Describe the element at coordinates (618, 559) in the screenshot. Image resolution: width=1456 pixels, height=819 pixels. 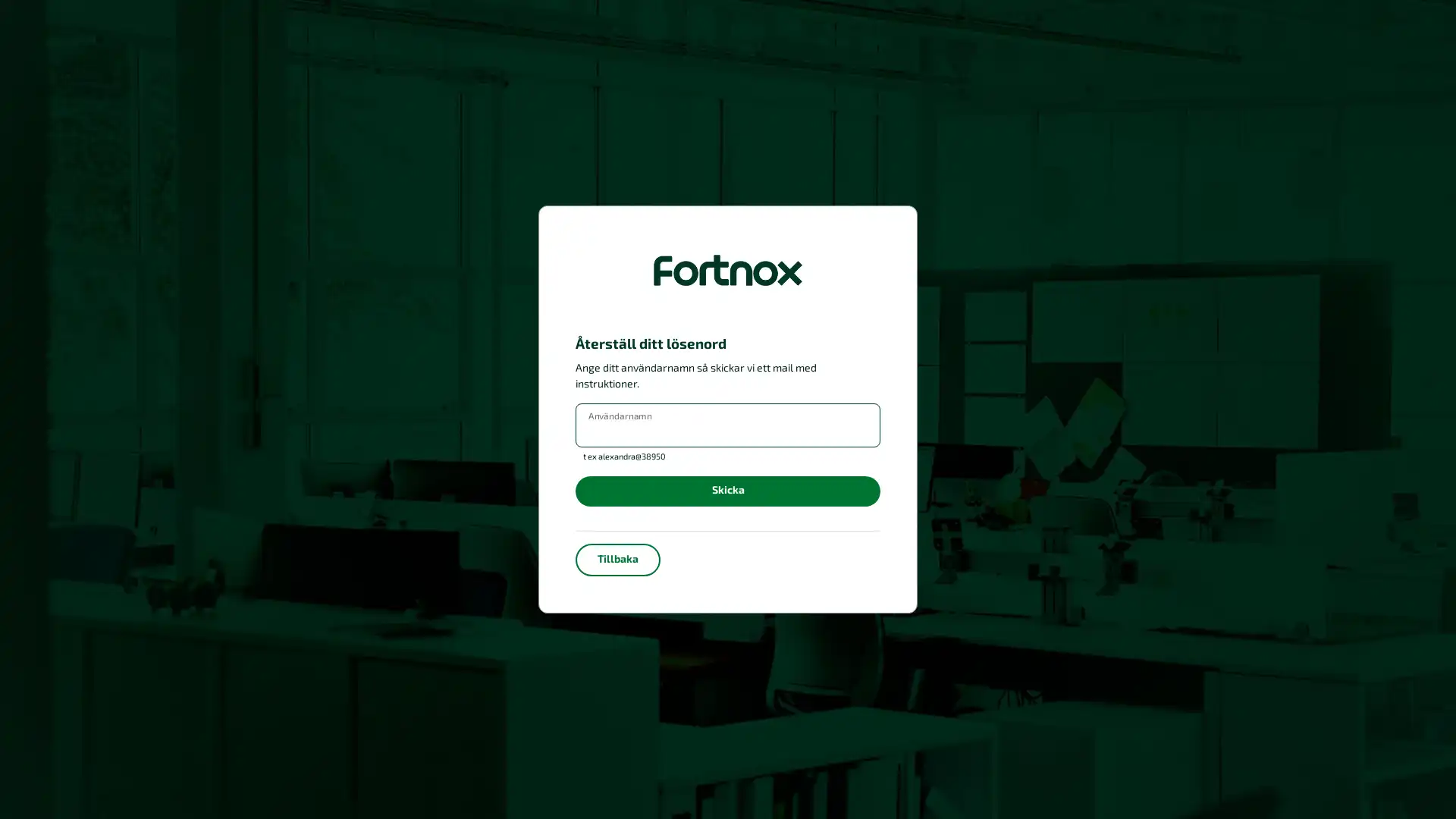
I see `Tillbaka` at that location.